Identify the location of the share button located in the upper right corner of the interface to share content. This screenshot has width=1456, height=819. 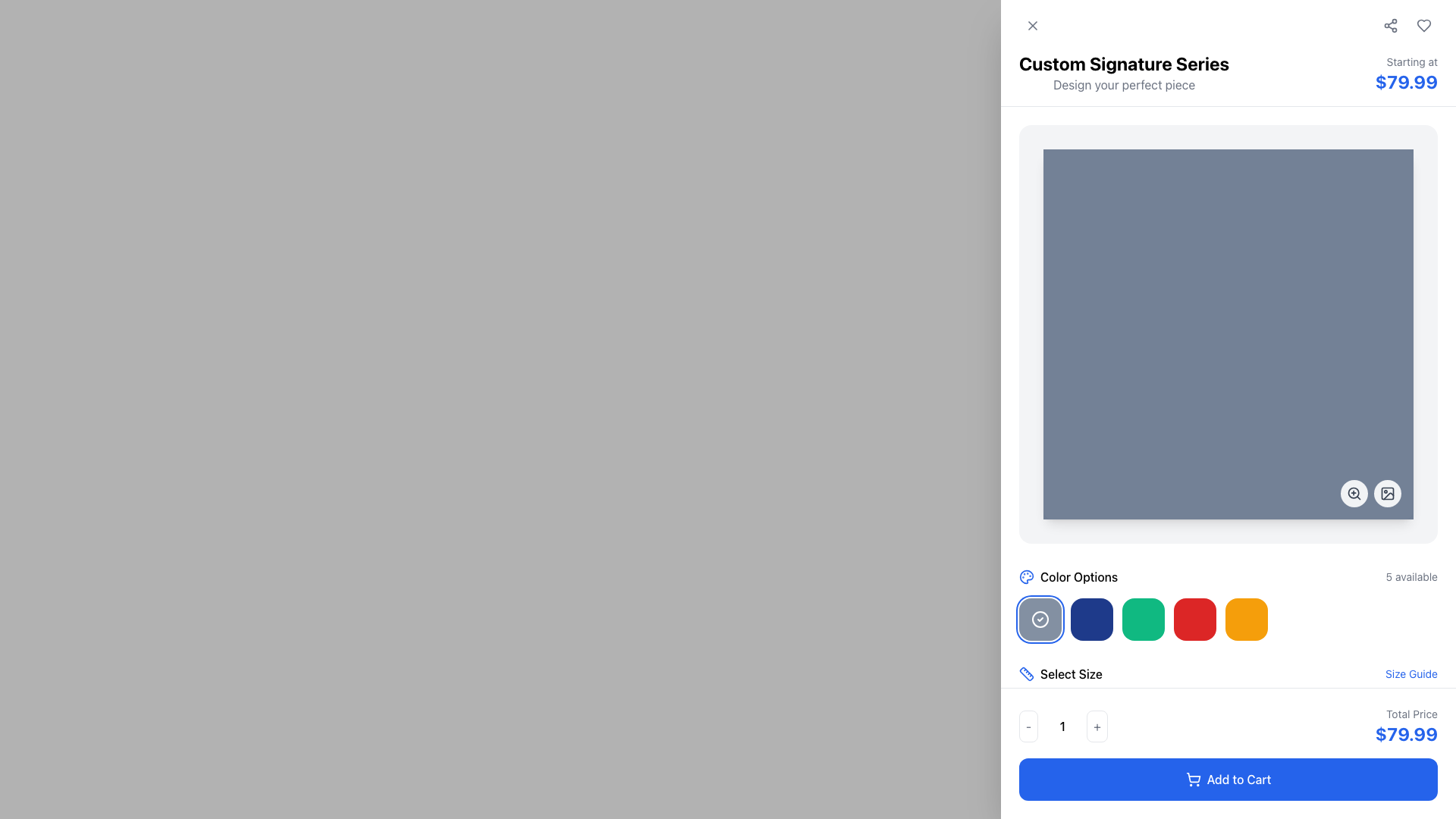
(1390, 26).